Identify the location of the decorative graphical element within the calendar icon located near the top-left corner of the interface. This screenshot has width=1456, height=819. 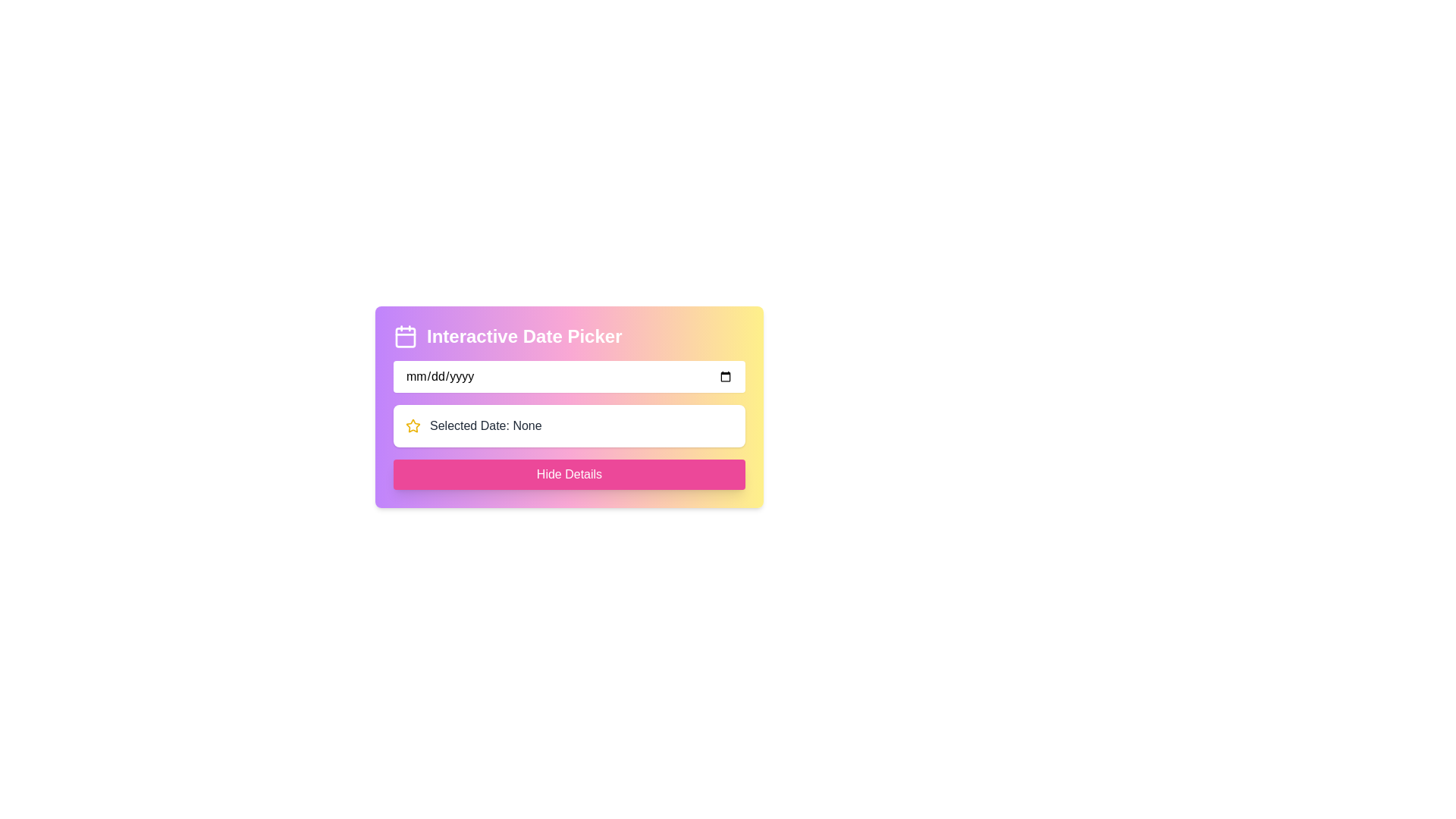
(405, 336).